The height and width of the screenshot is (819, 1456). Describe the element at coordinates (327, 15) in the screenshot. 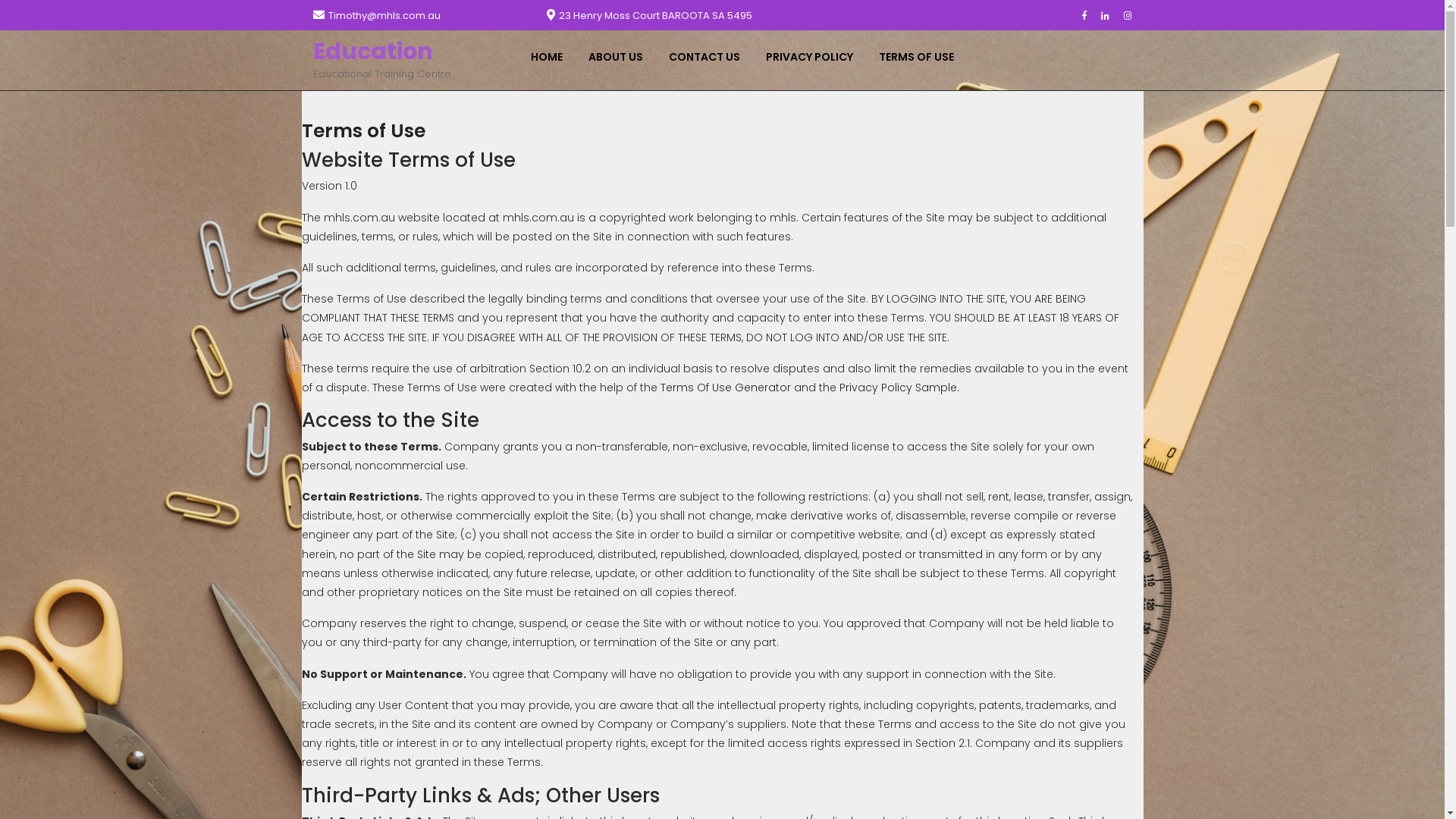

I see `'Timothy@mhls.com.au'` at that location.